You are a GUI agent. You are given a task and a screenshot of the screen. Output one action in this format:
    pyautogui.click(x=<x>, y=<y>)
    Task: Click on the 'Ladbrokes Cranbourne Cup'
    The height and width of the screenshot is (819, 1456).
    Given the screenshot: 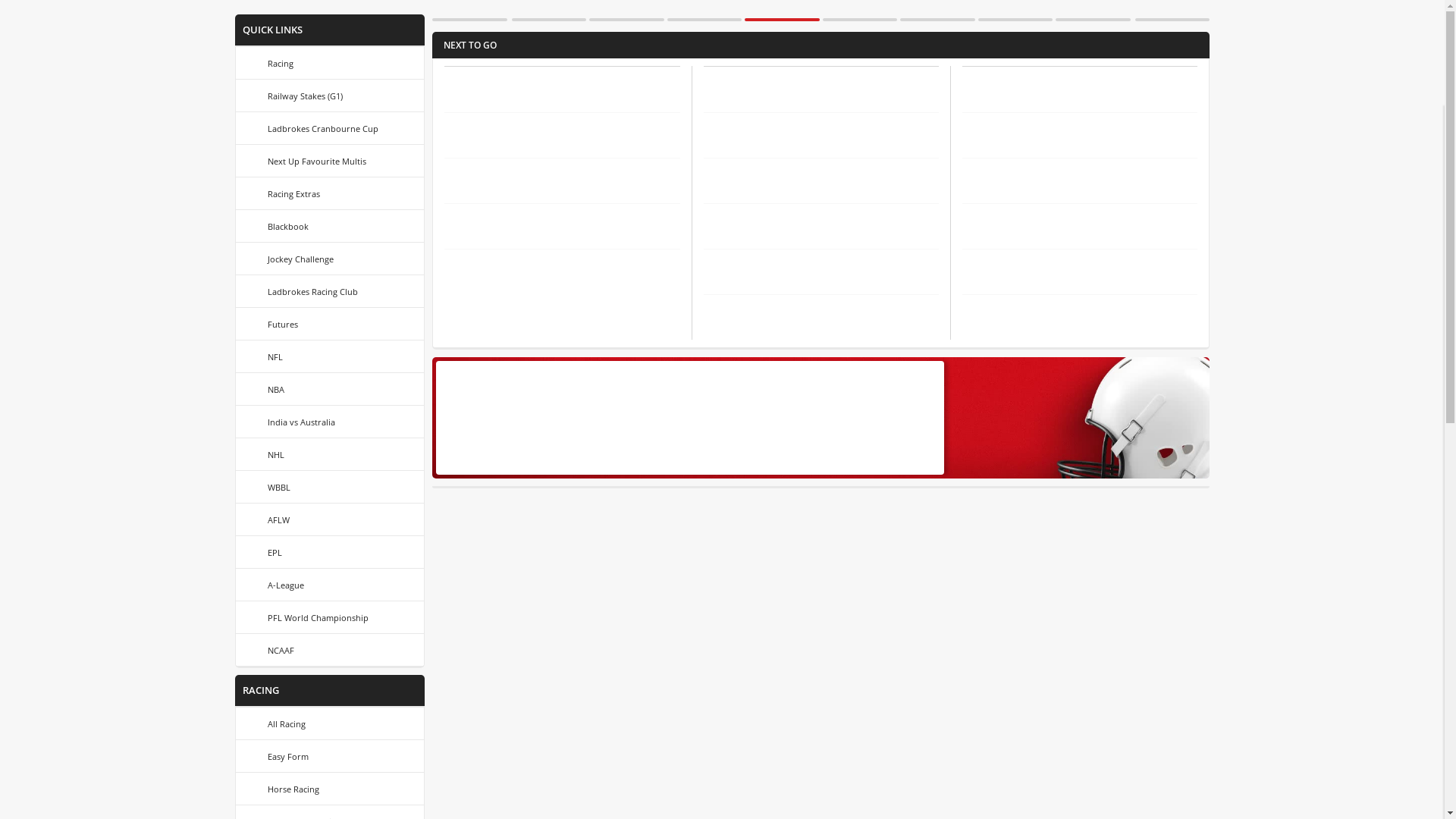 What is the action you would take?
    pyautogui.click(x=329, y=127)
    